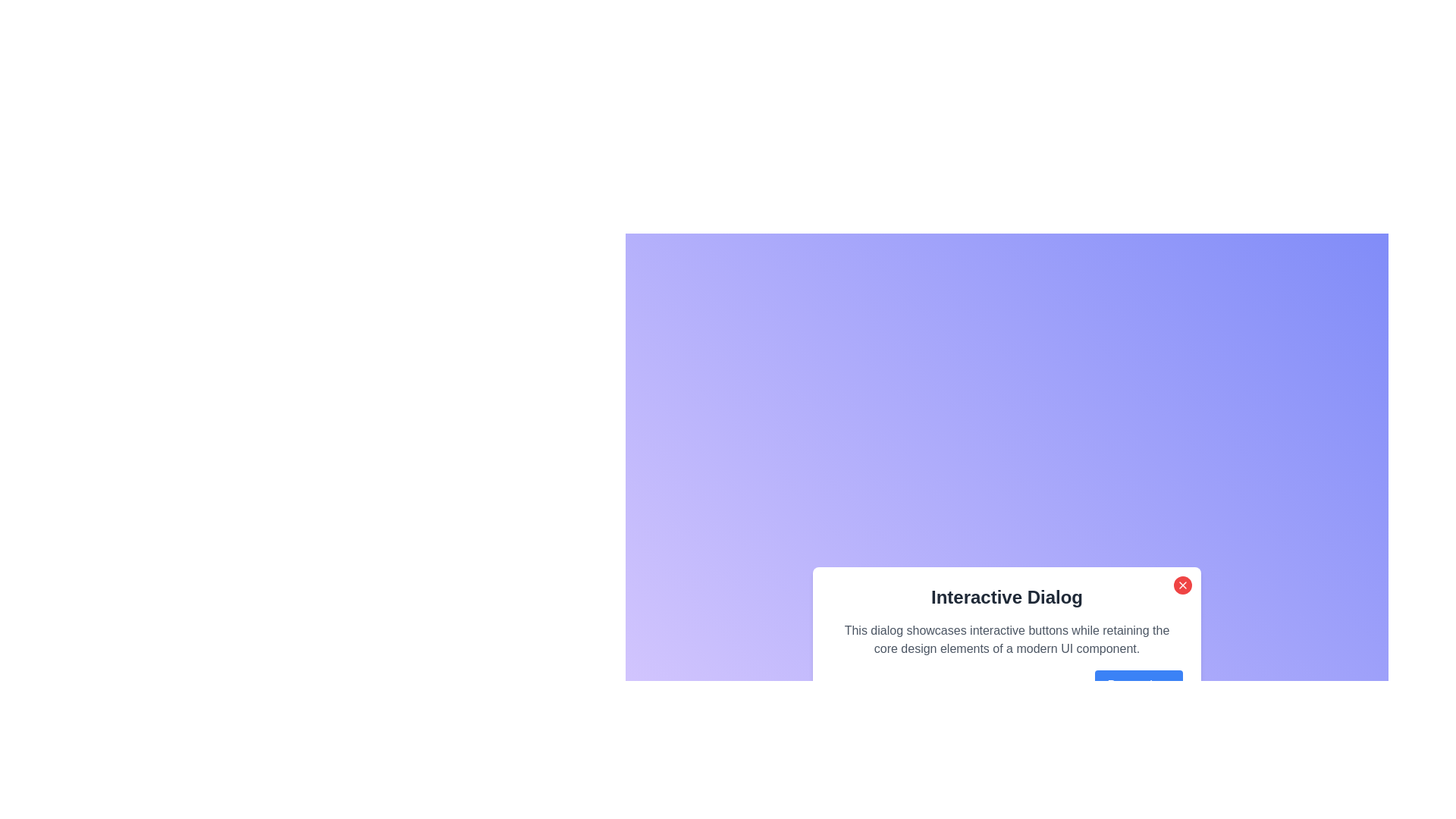 The image size is (1456, 819). What do you see at coordinates (1007, 640) in the screenshot?
I see `the text block containing the message: 'This dialog showcases interactive buttons while retaining the core design elements of a modern UI component.' which is styled in gray font color and is centrally placed within the interface dialog box` at bounding box center [1007, 640].